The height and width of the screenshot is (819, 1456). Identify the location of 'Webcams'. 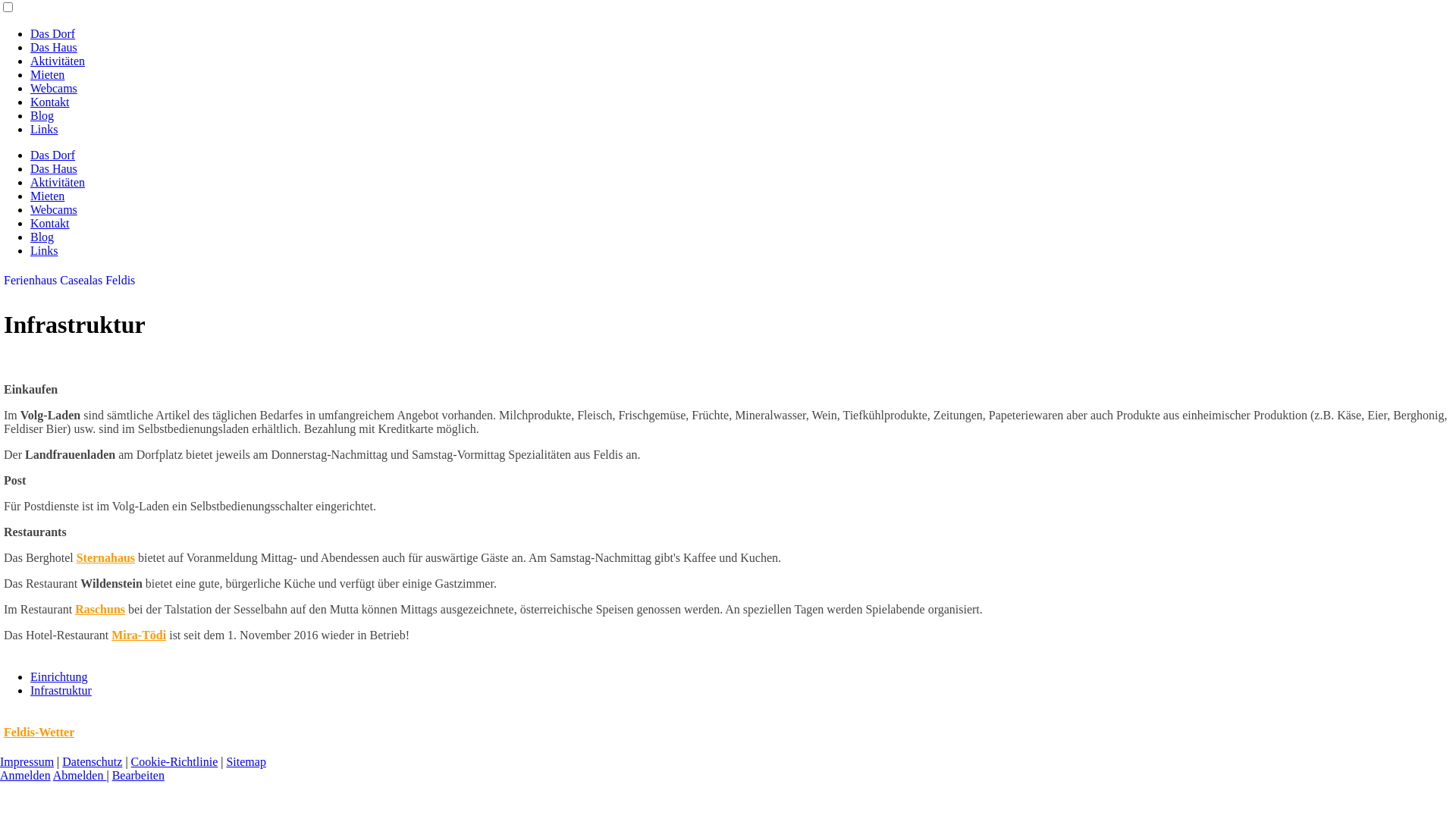
(54, 88).